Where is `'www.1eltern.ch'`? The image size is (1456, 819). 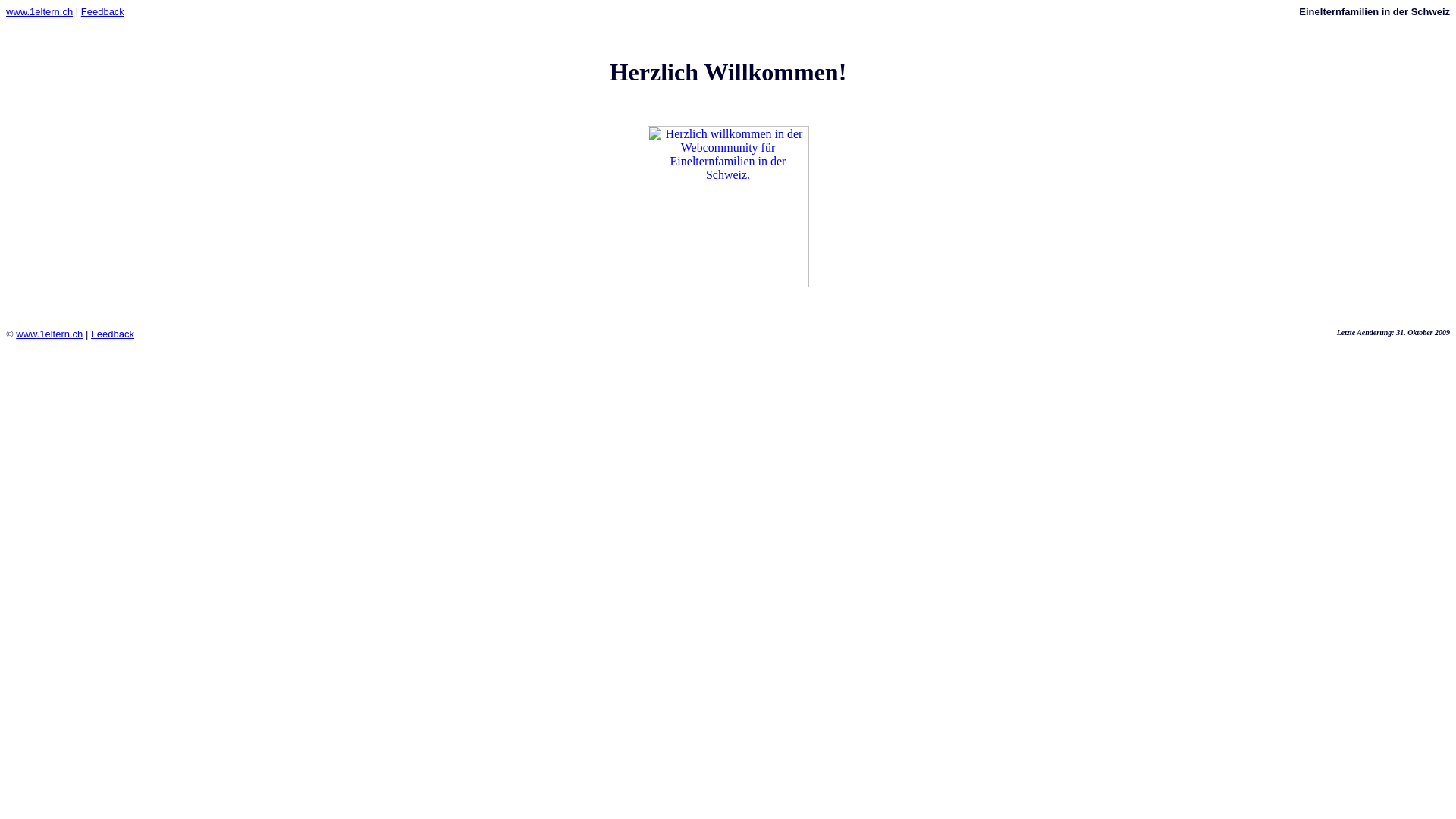 'www.1eltern.ch' is located at coordinates (6, 11).